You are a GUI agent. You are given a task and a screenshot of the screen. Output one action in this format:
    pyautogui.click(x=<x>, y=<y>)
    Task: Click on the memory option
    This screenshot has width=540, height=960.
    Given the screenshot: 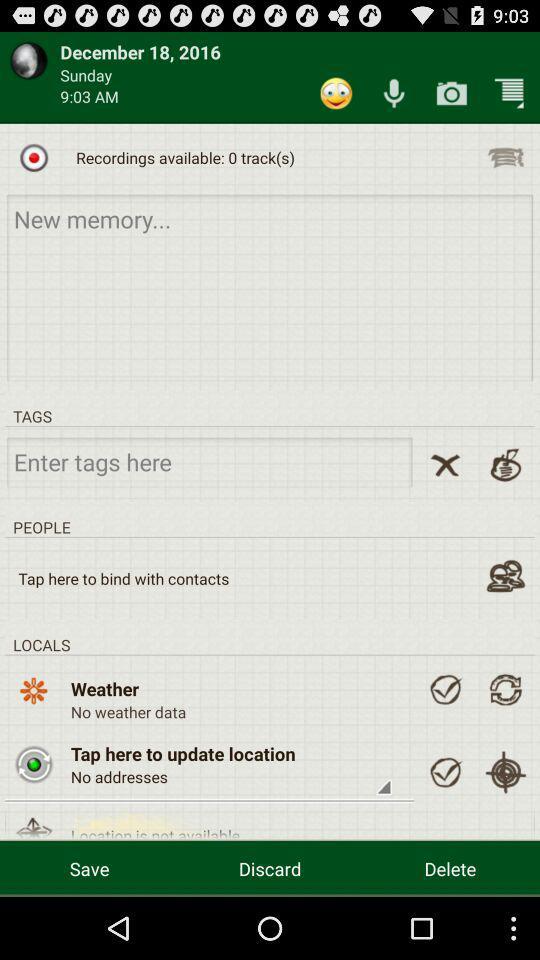 What is the action you would take?
    pyautogui.click(x=270, y=286)
    